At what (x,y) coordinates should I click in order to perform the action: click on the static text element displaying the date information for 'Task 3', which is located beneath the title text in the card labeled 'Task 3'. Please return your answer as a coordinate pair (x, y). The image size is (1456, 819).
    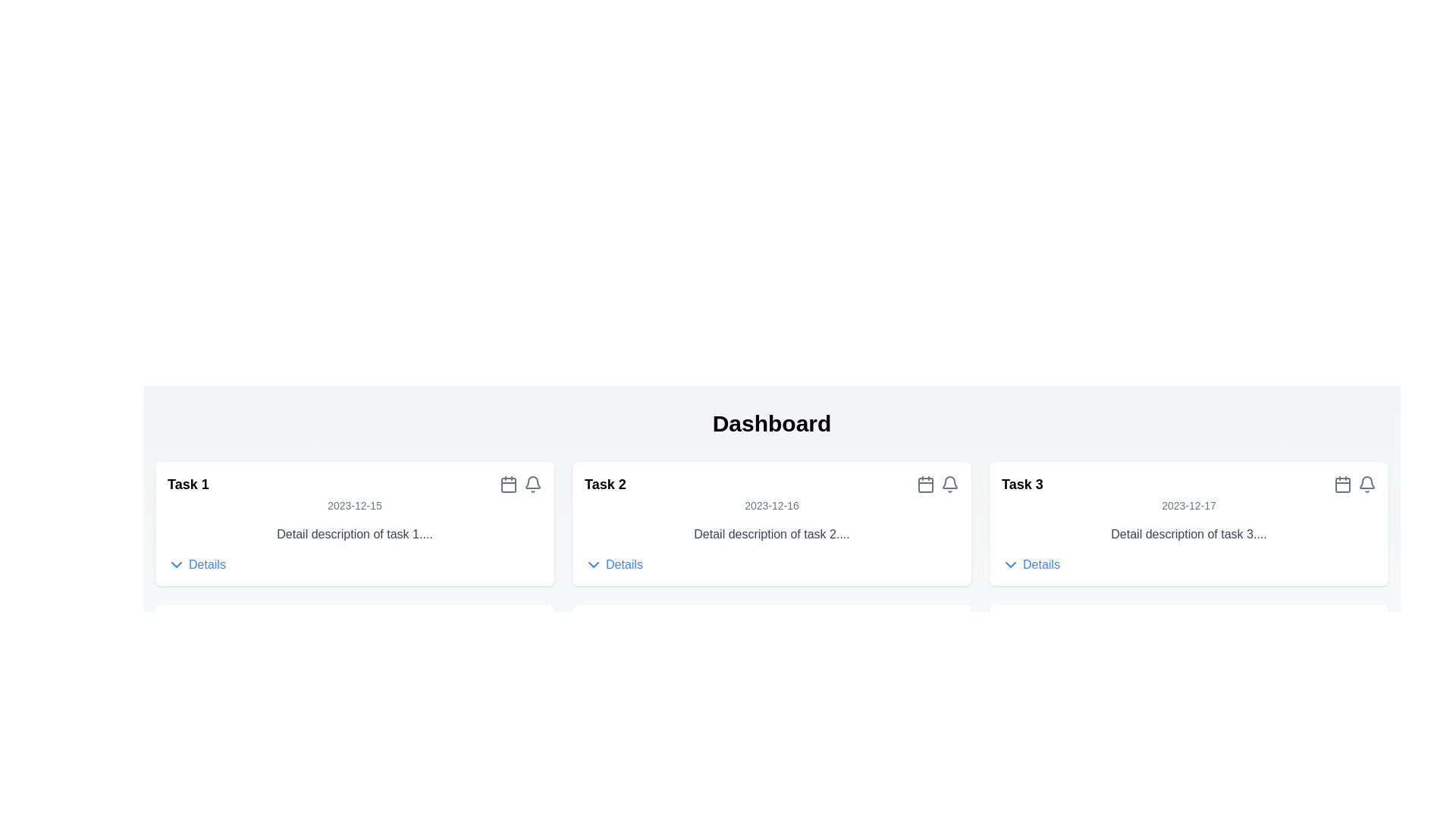
    Looking at the image, I should click on (1188, 506).